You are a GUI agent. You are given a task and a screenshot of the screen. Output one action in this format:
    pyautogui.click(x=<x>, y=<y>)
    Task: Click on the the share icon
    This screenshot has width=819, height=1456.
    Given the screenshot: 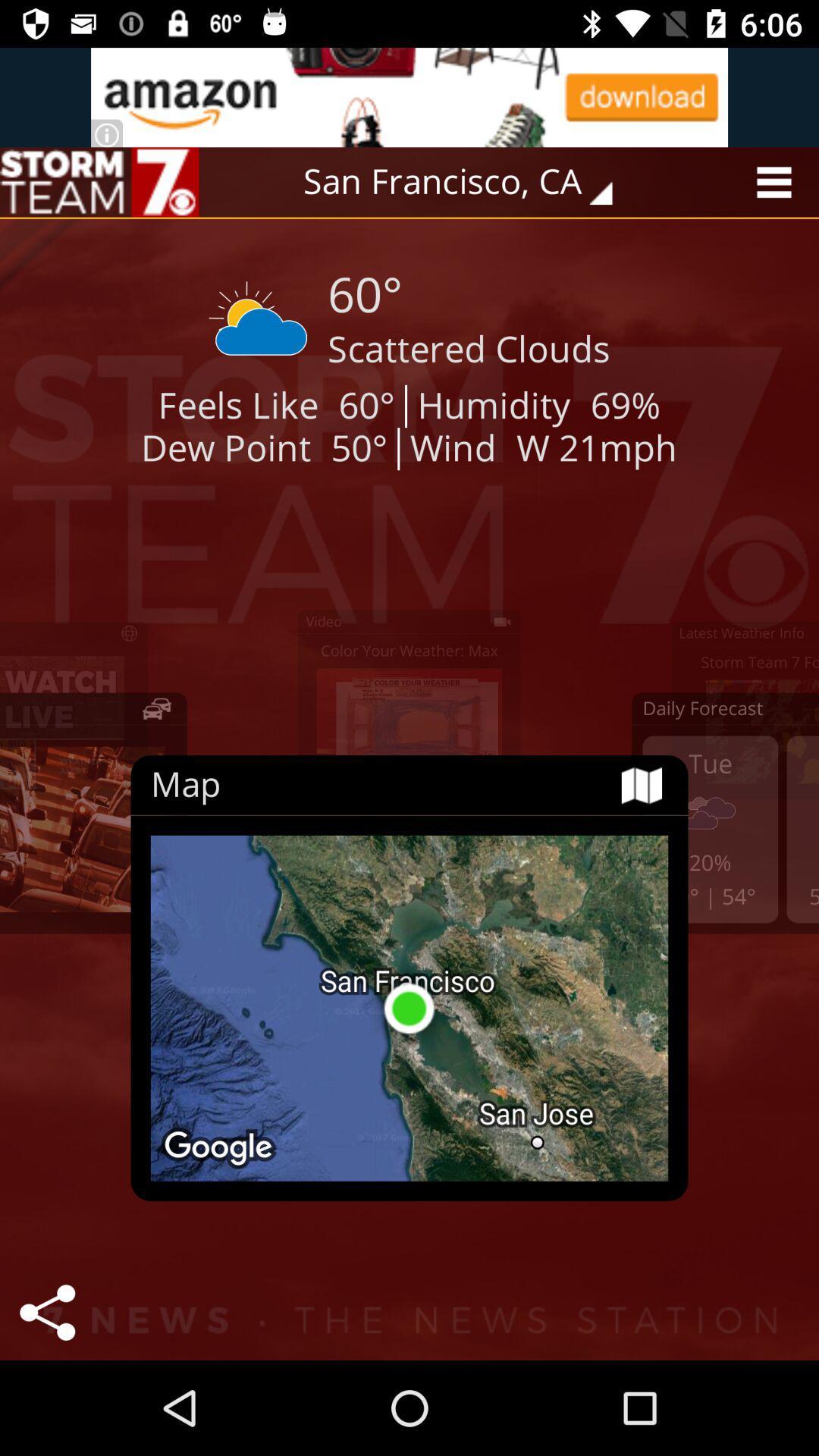 What is the action you would take?
    pyautogui.click(x=46, y=1312)
    